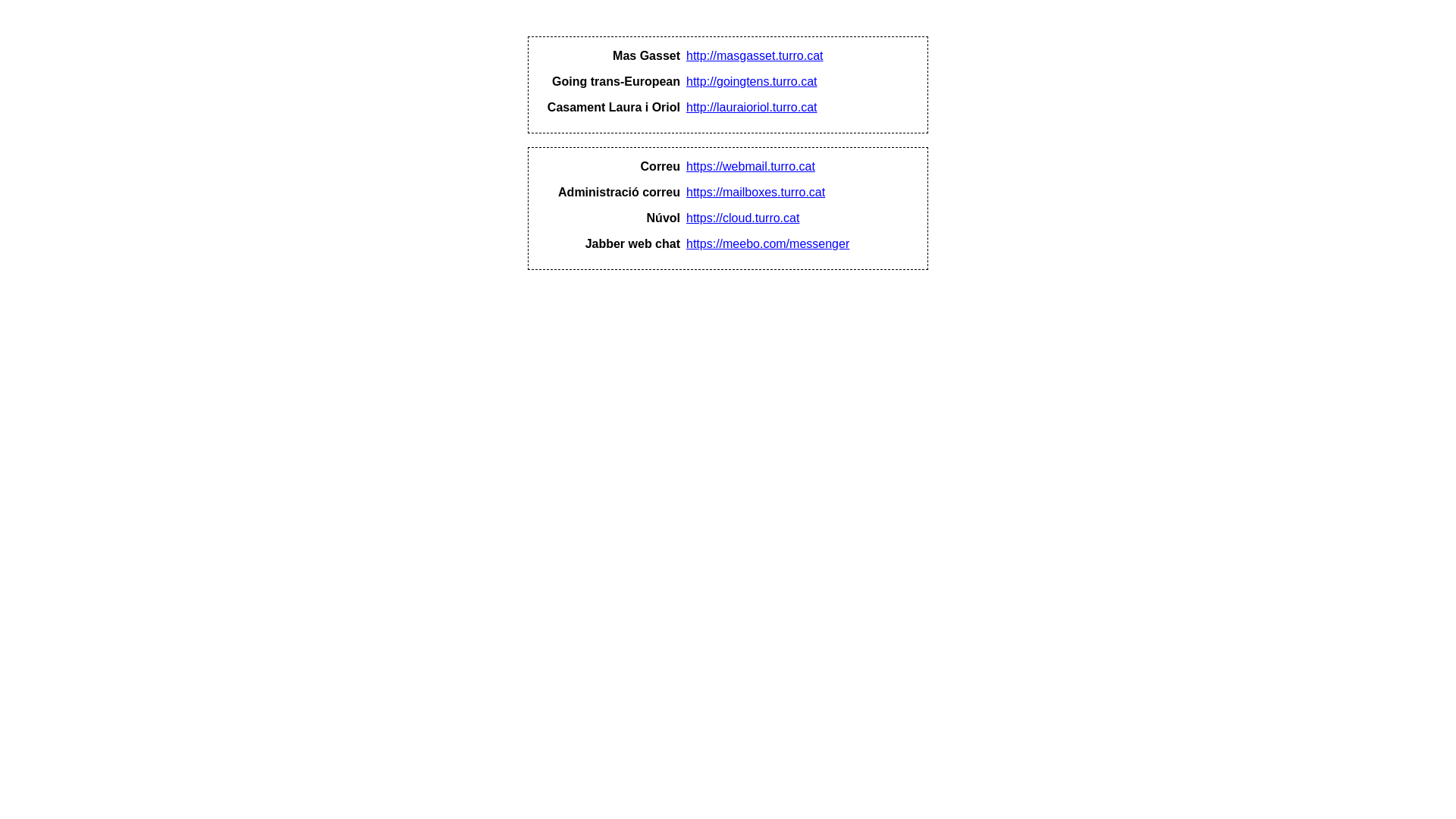 Image resolution: width=1456 pixels, height=819 pixels. I want to click on 'http://goingtens.turro.cat', so click(752, 81).